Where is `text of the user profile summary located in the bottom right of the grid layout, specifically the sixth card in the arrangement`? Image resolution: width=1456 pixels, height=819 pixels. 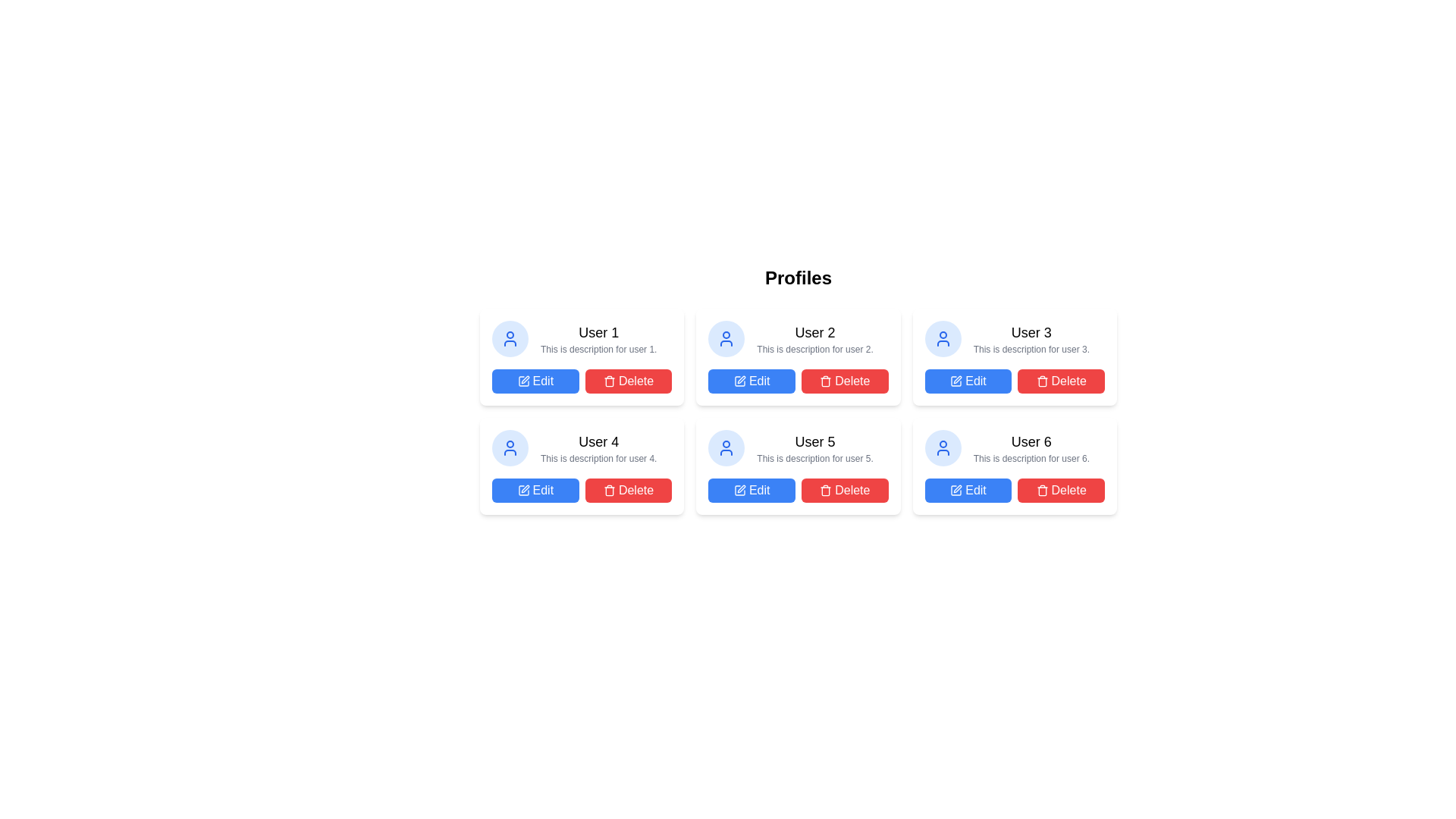 text of the user profile summary located in the bottom right of the grid layout, specifically the sixth card in the arrangement is located at coordinates (1015, 447).